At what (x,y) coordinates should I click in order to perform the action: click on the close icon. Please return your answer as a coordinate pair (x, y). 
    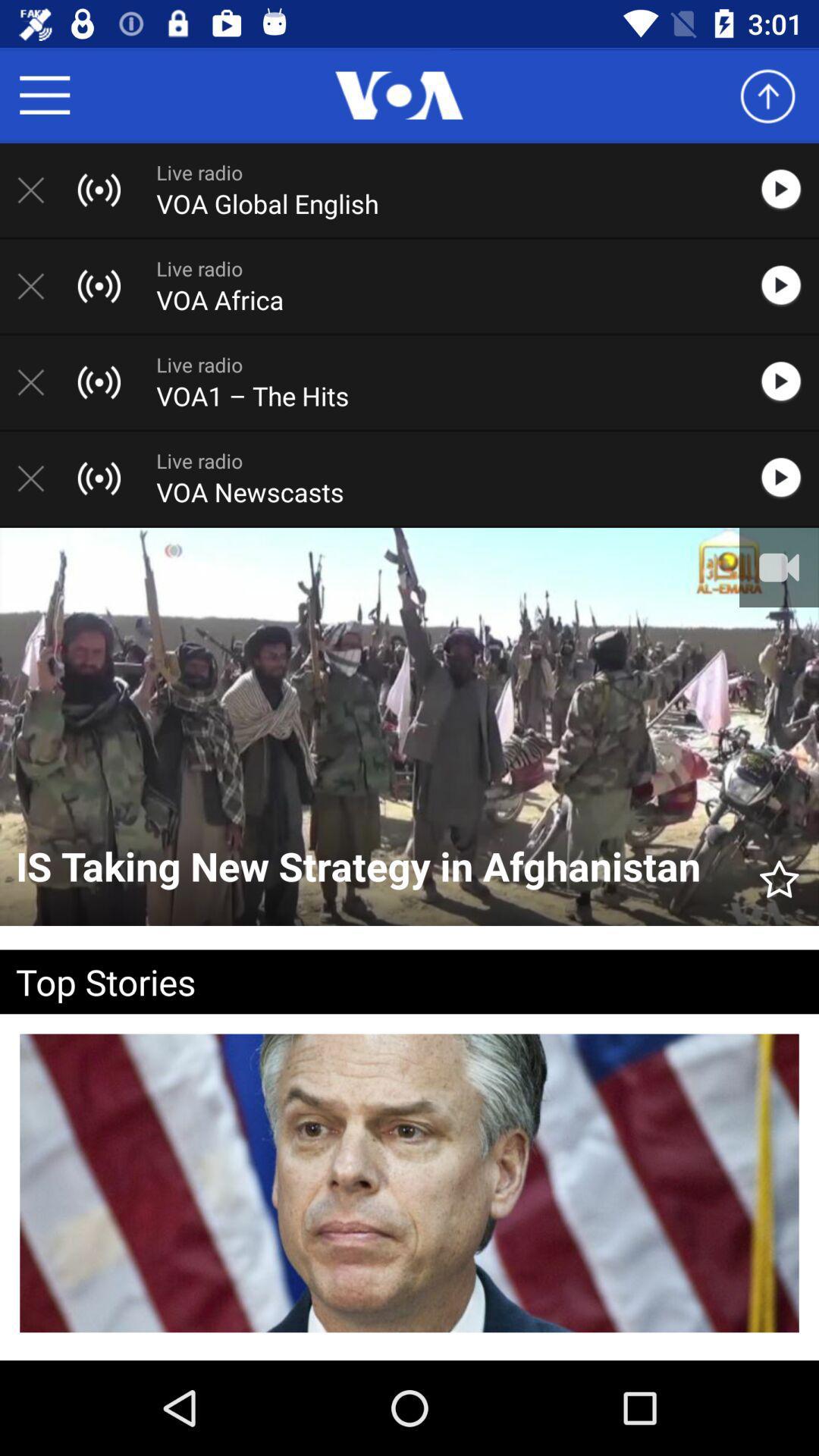
    Looking at the image, I should click on (38, 382).